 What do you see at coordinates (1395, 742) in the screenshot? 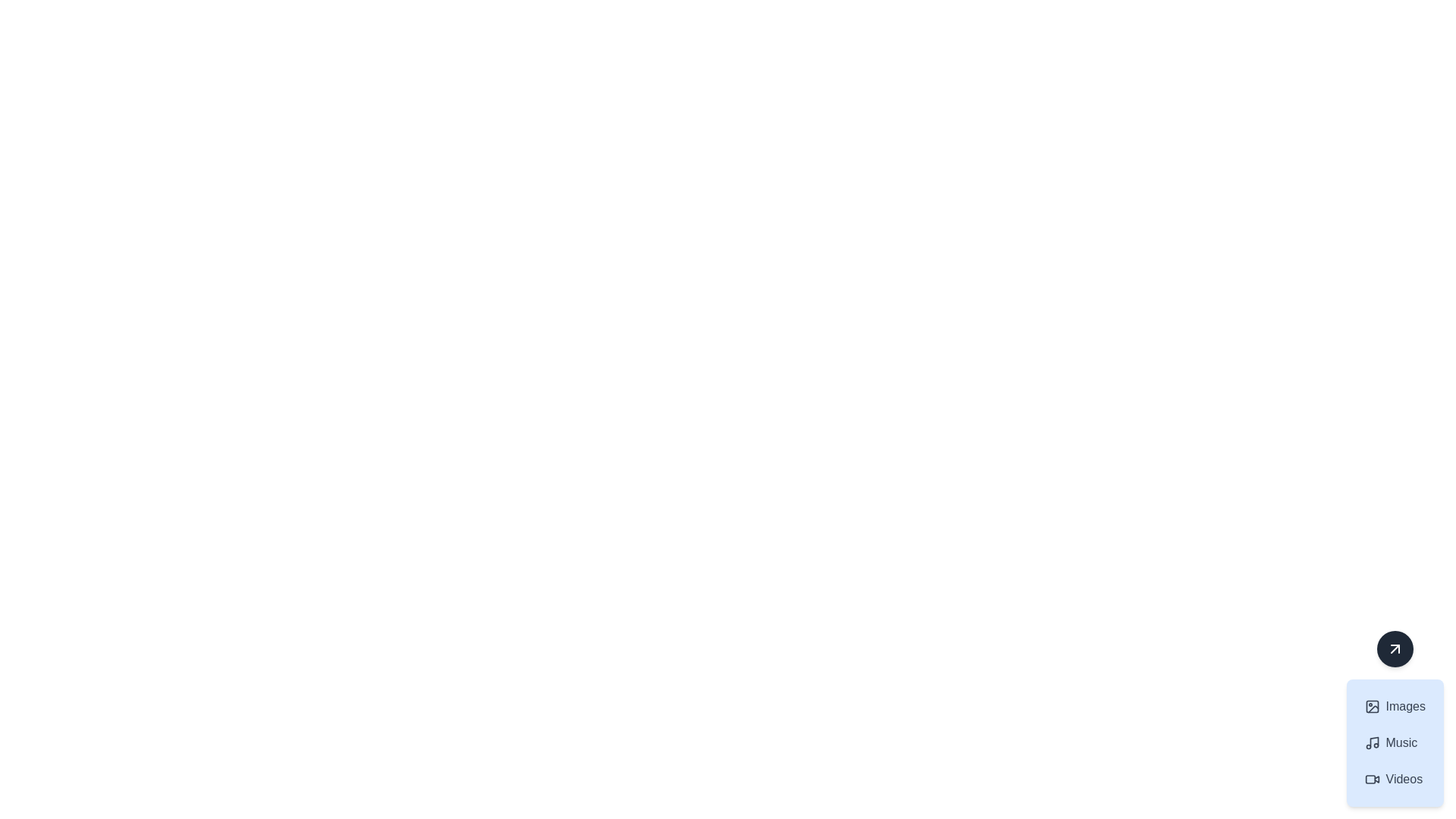
I see `the interactive button-like component containing the items 'Images', 'Music', and 'Videos' to trigger hover effects` at bounding box center [1395, 742].